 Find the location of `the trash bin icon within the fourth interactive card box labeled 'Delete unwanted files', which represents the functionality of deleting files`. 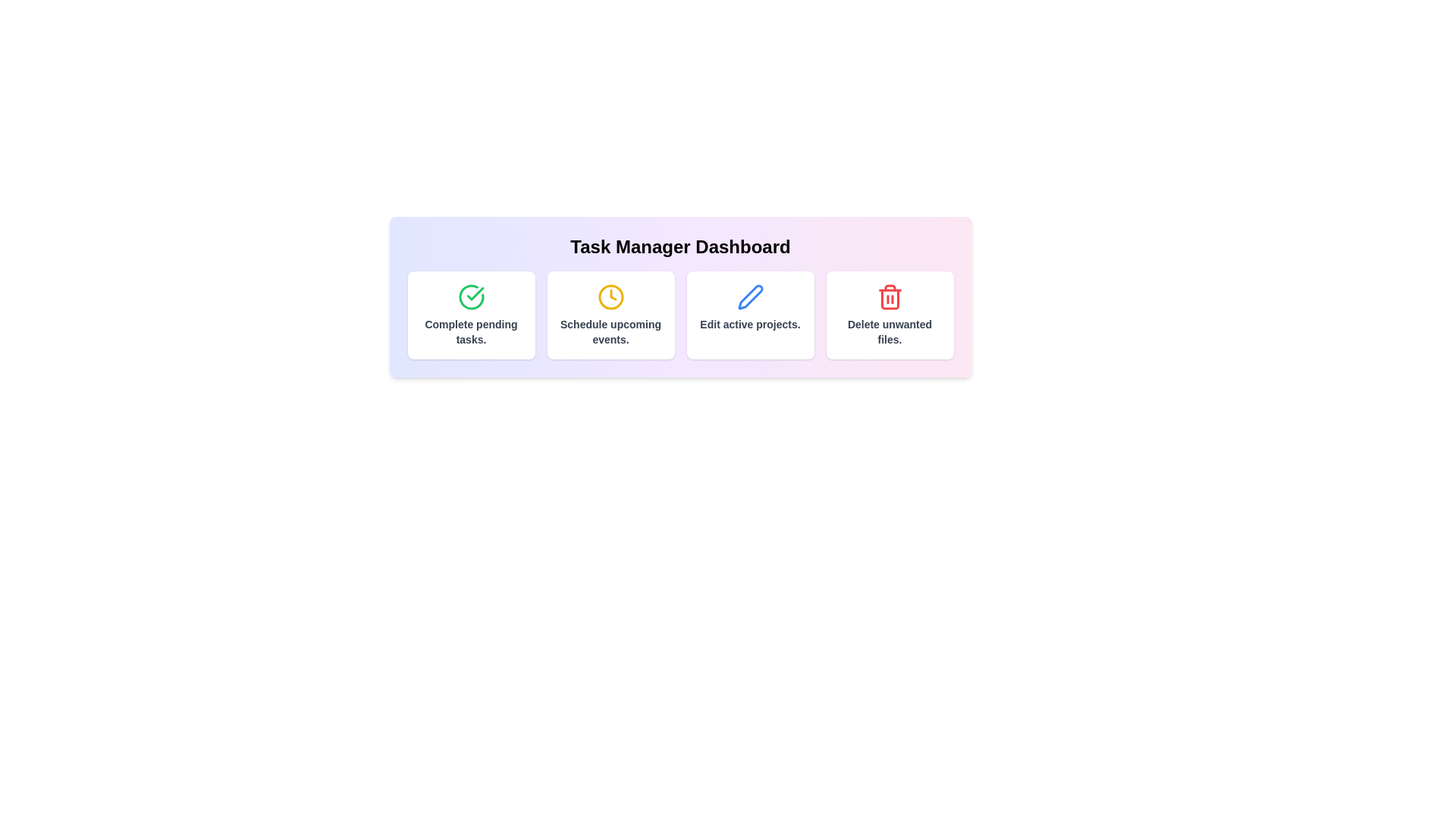

the trash bin icon within the fourth interactive card box labeled 'Delete unwanted files', which represents the functionality of deleting files is located at coordinates (890, 299).